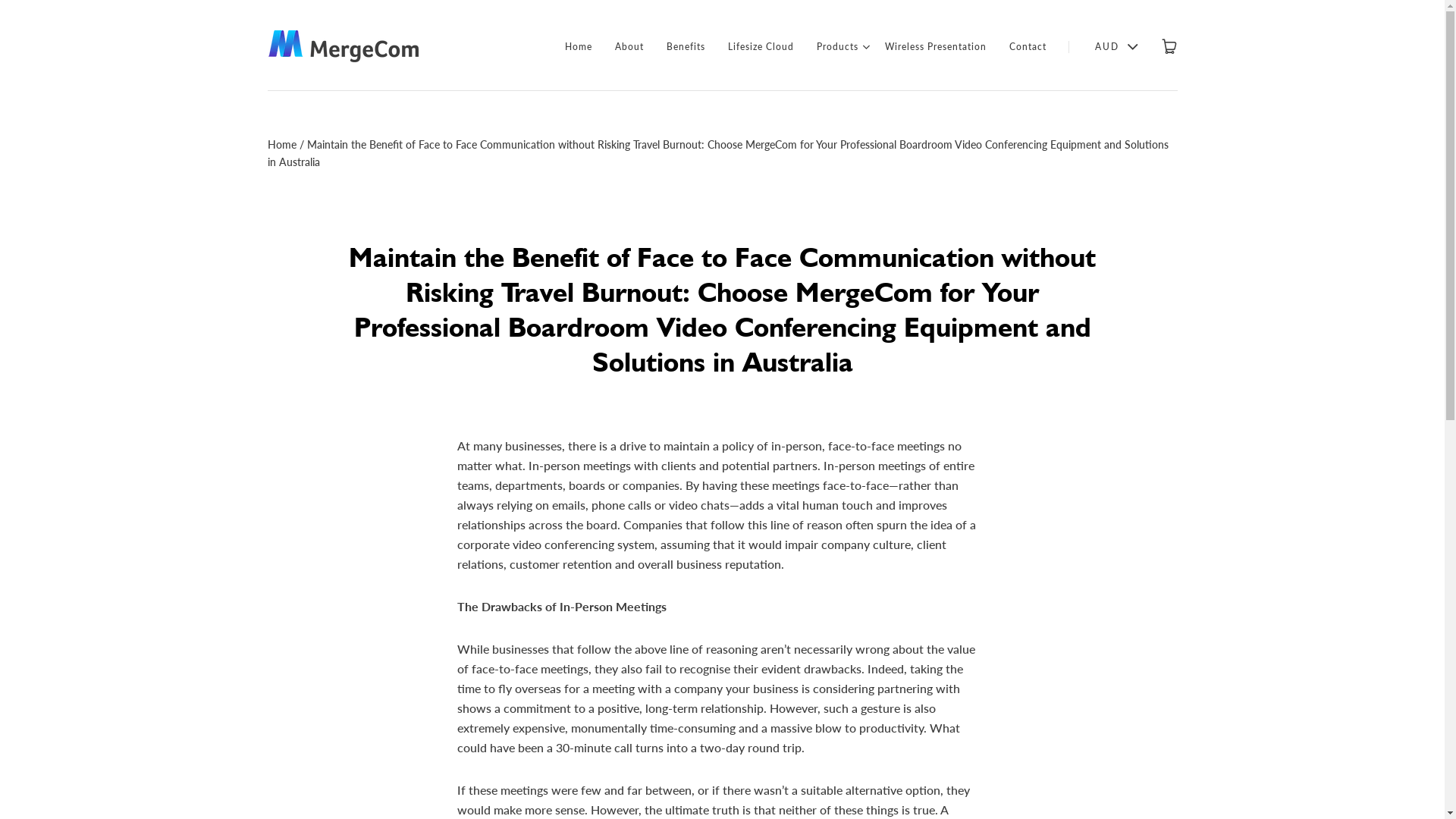  I want to click on 'Benefits', so click(684, 45).